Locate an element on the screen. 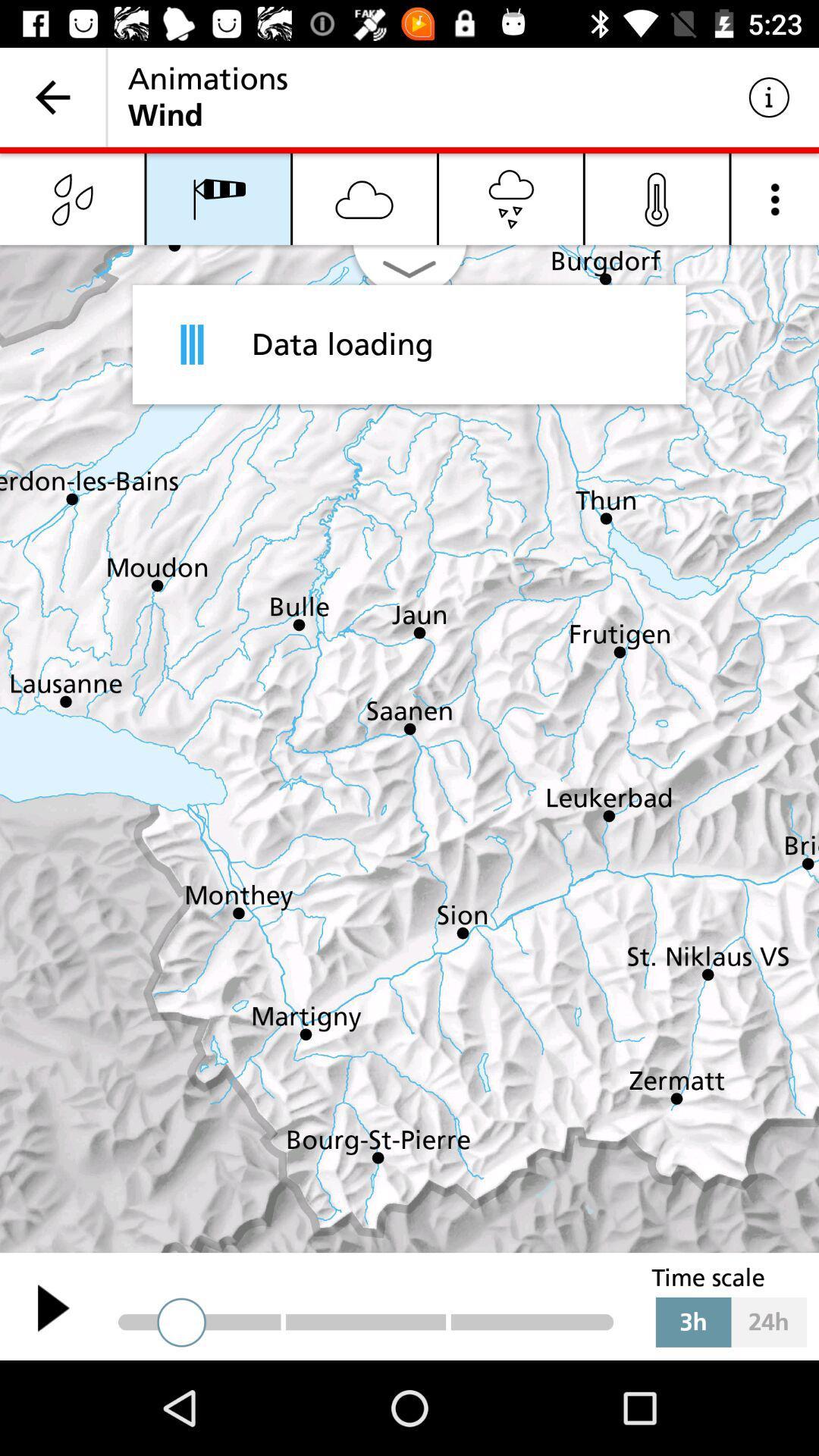 The image size is (819, 1456). the more icon is located at coordinates (775, 198).